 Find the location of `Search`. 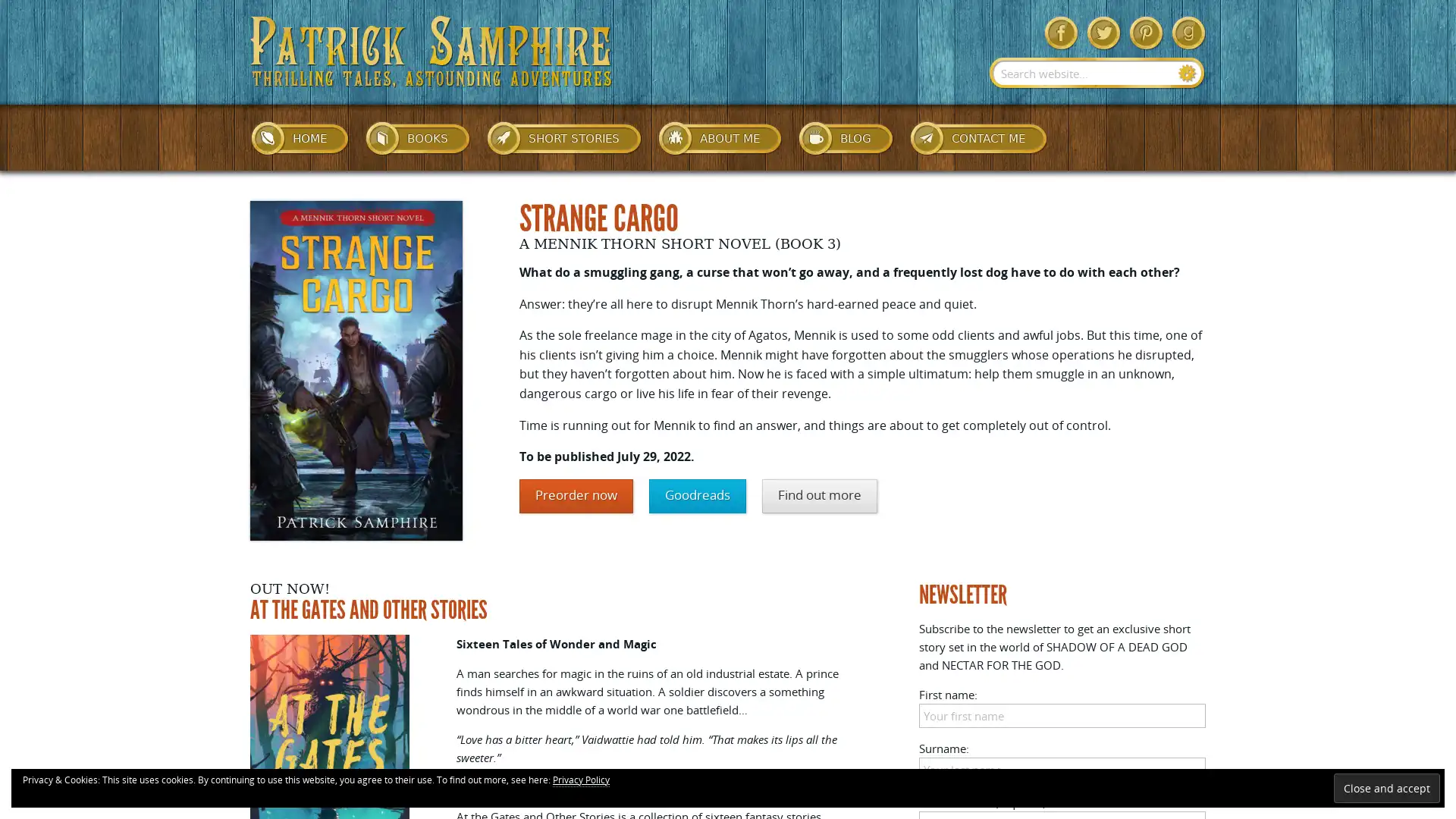

Search is located at coordinates (1187, 73).